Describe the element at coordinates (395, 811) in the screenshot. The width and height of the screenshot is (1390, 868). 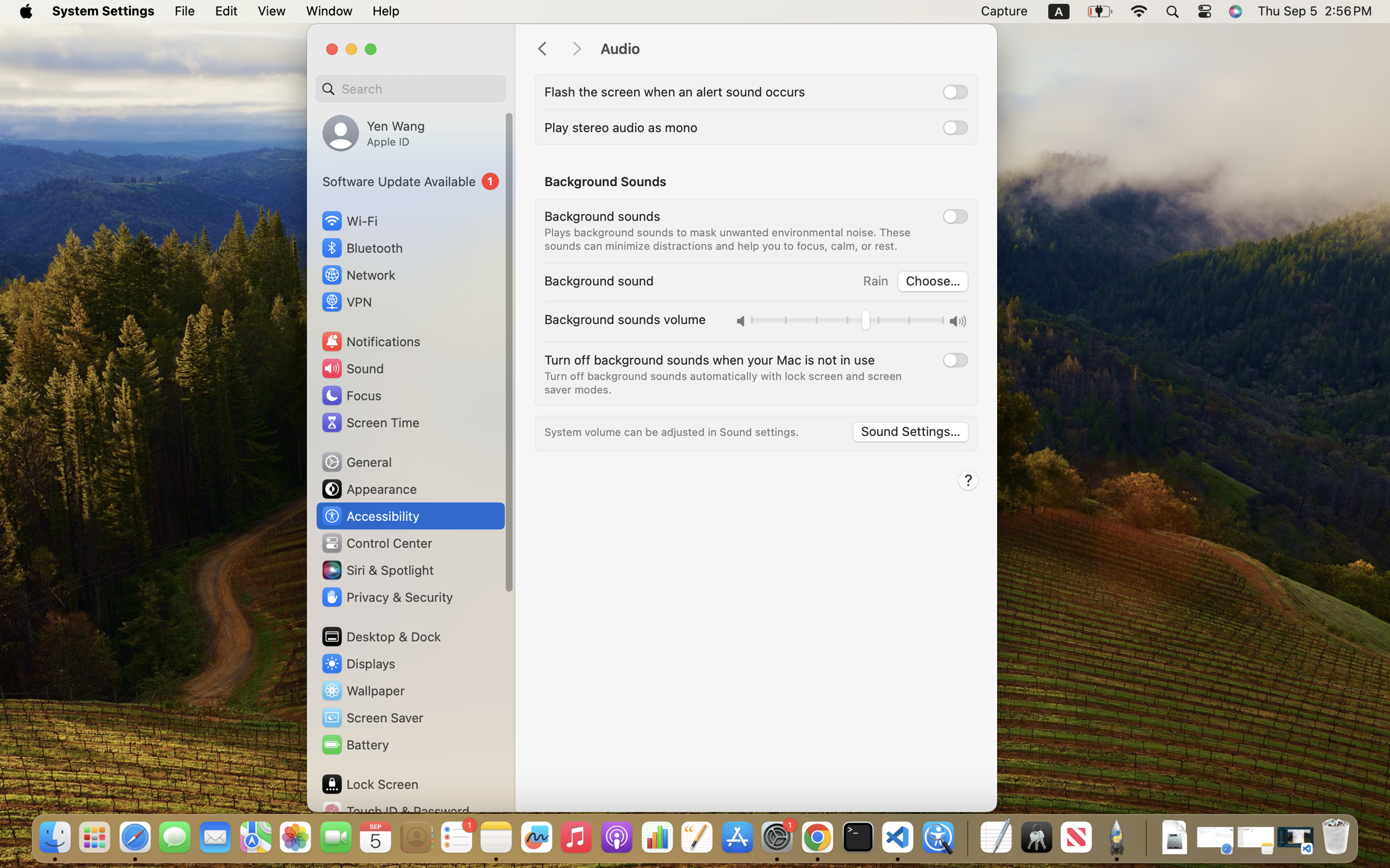
I see `'Touch ID & Password'` at that location.